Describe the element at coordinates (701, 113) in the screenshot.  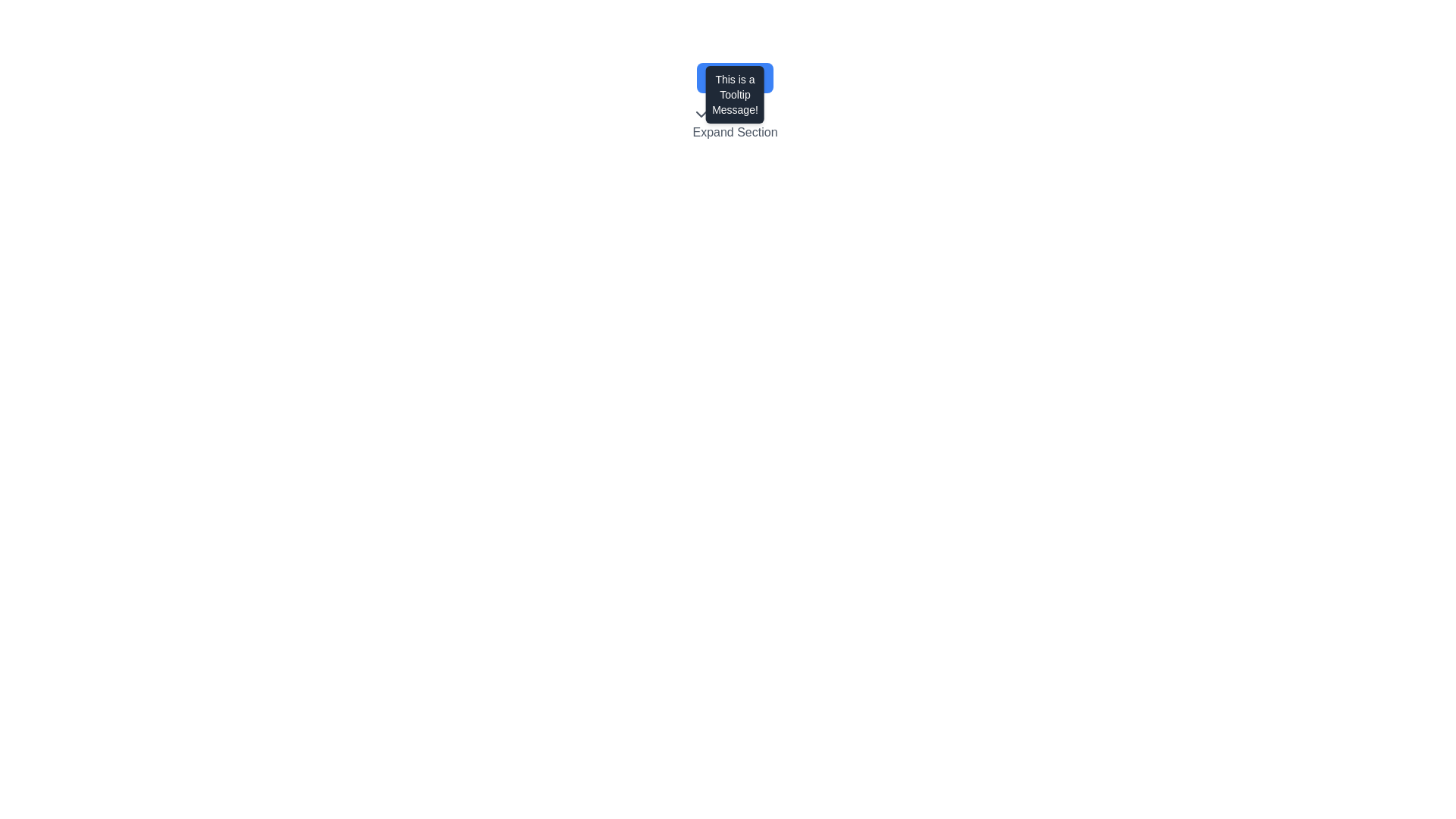
I see `the downward-facing arrow icon` at that location.